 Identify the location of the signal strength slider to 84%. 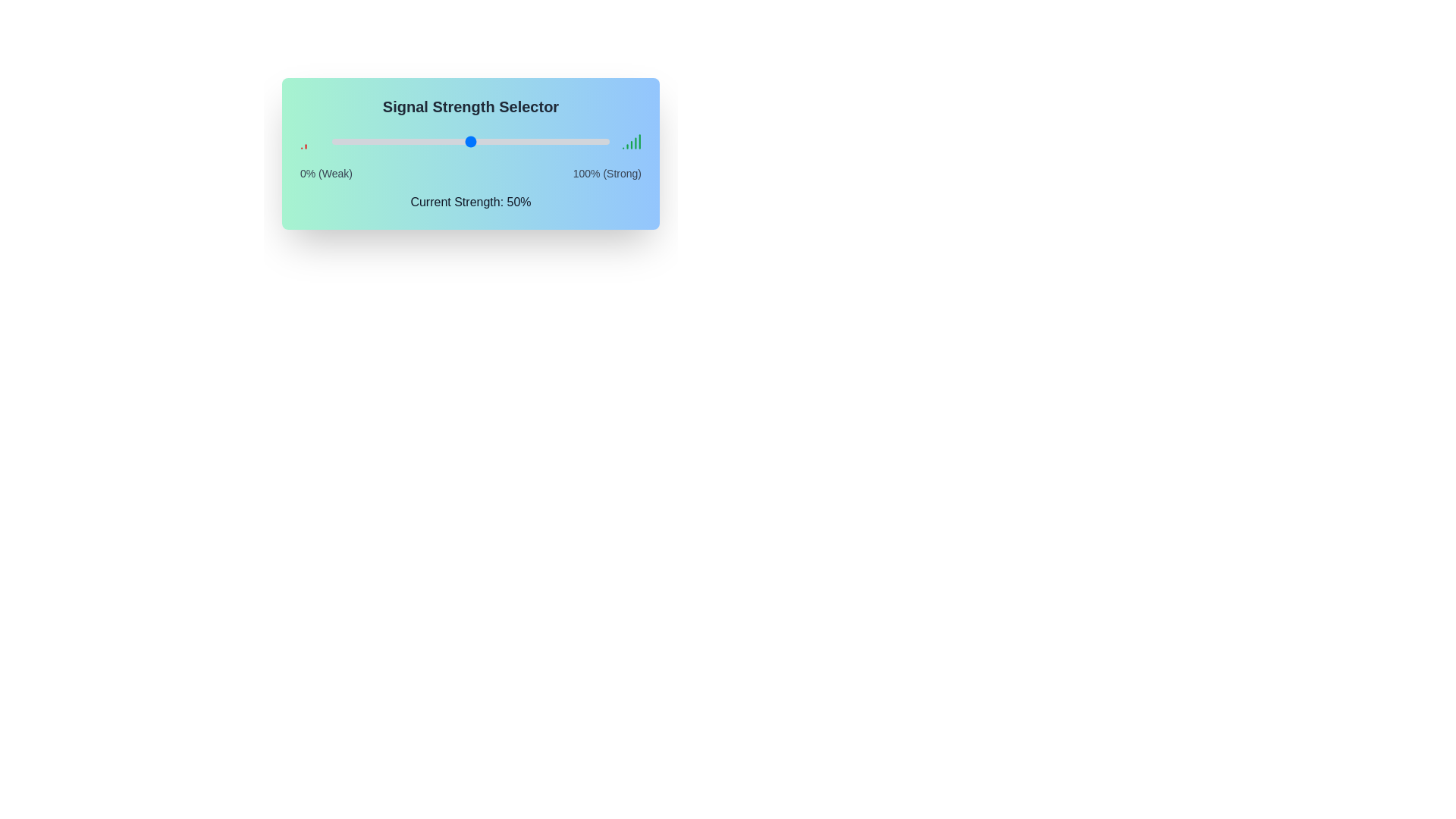
(563, 141).